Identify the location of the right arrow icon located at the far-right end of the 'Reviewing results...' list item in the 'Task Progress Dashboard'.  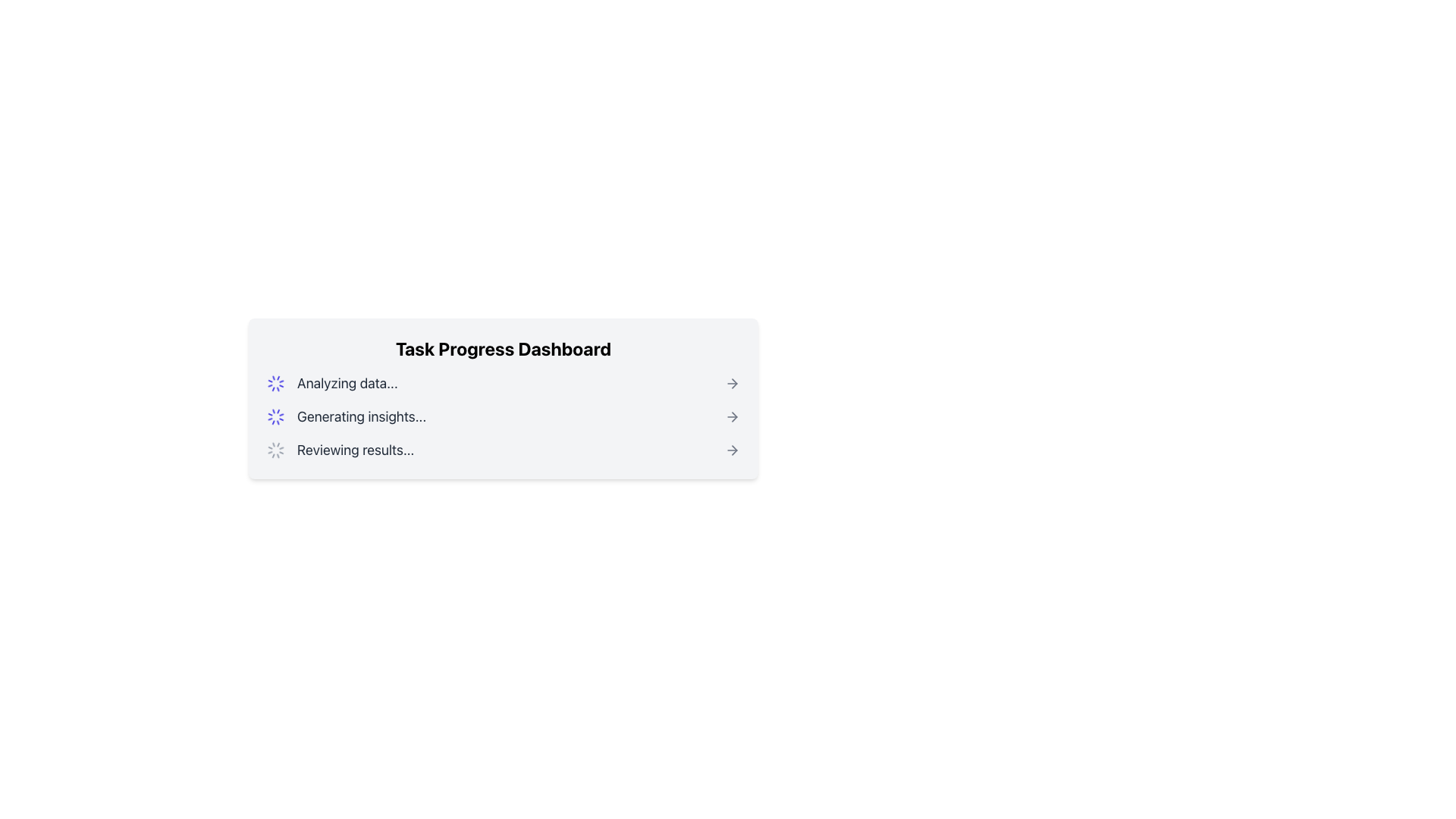
(734, 450).